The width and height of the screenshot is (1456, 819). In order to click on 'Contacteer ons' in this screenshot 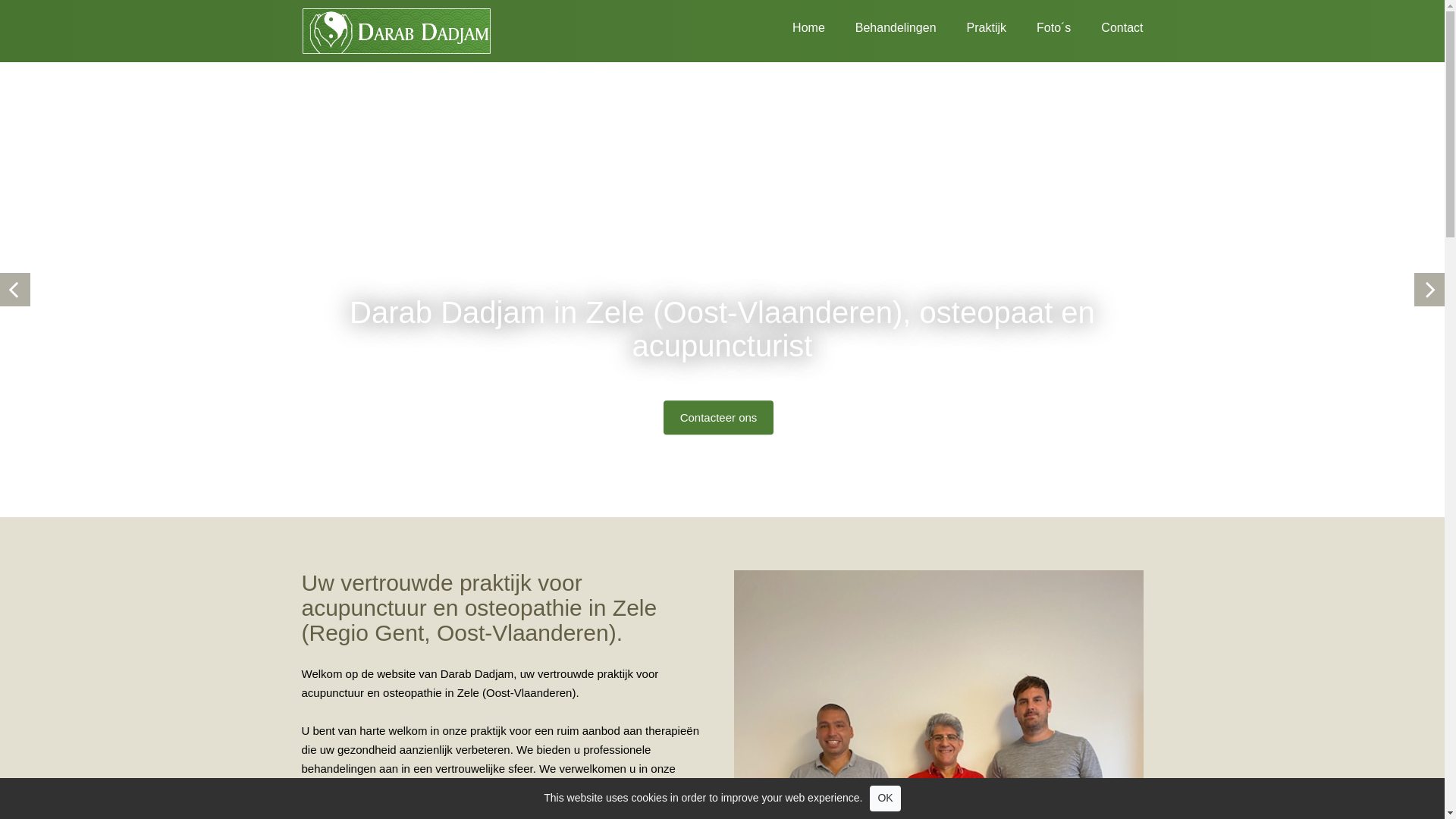, I will do `click(718, 417)`.